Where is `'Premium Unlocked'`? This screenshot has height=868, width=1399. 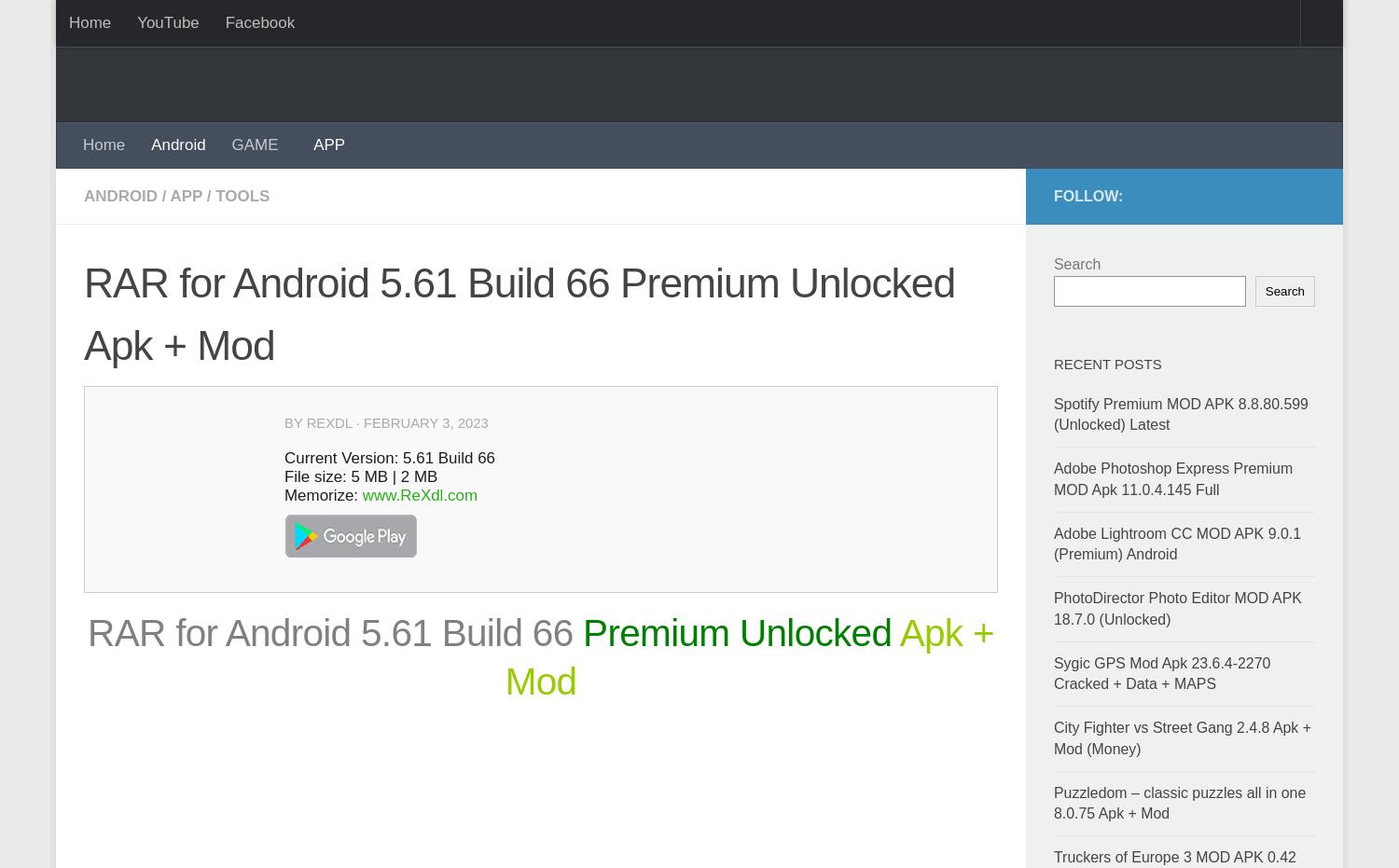 'Premium Unlocked' is located at coordinates (741, 630).